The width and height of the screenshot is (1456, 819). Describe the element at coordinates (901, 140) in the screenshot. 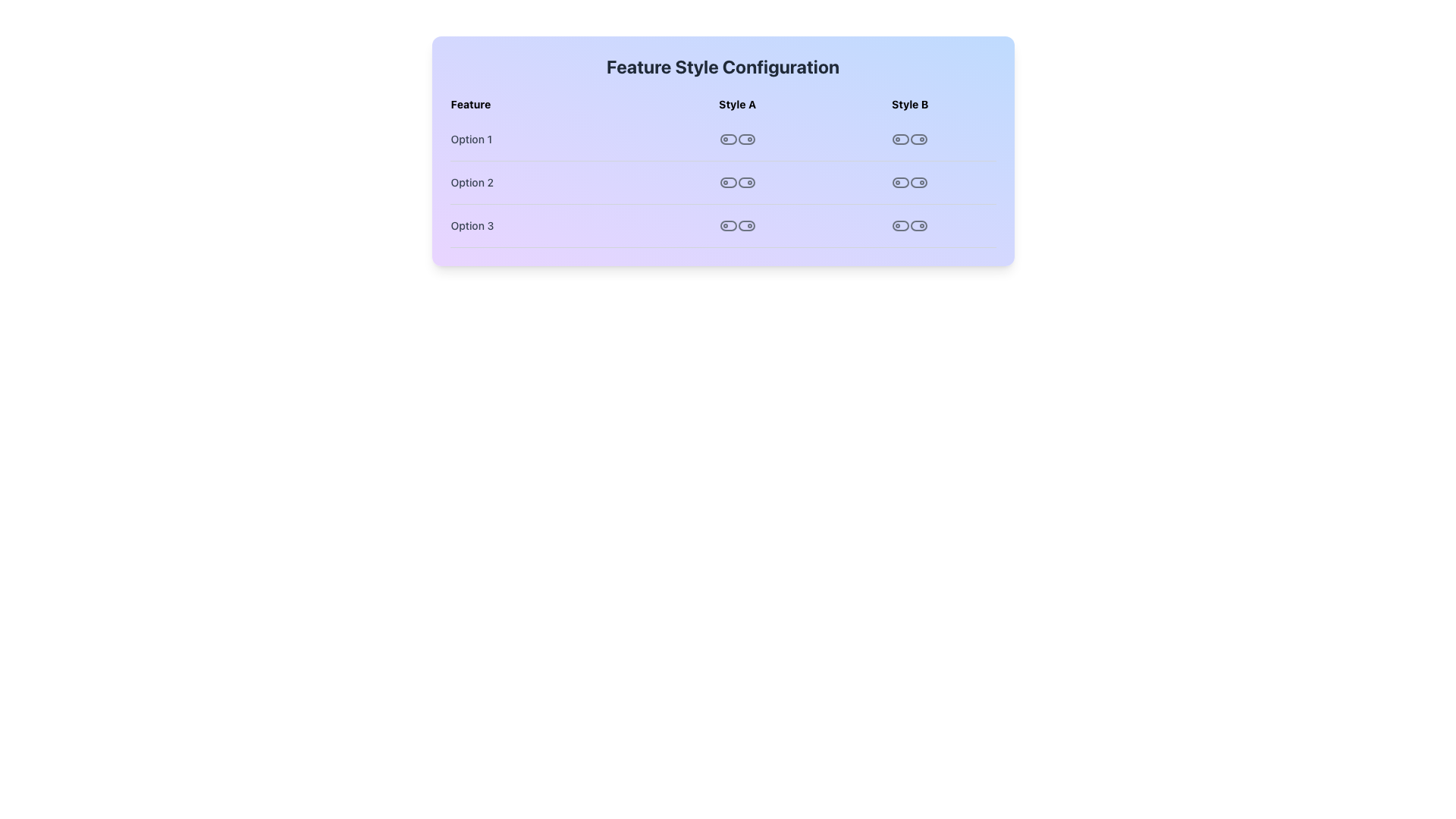

I see `the toggle switch styled as a horizontal pill shape located in the first row under the 'Style B' column of the 'Feature Style Configuration' table to change its state` at that location.